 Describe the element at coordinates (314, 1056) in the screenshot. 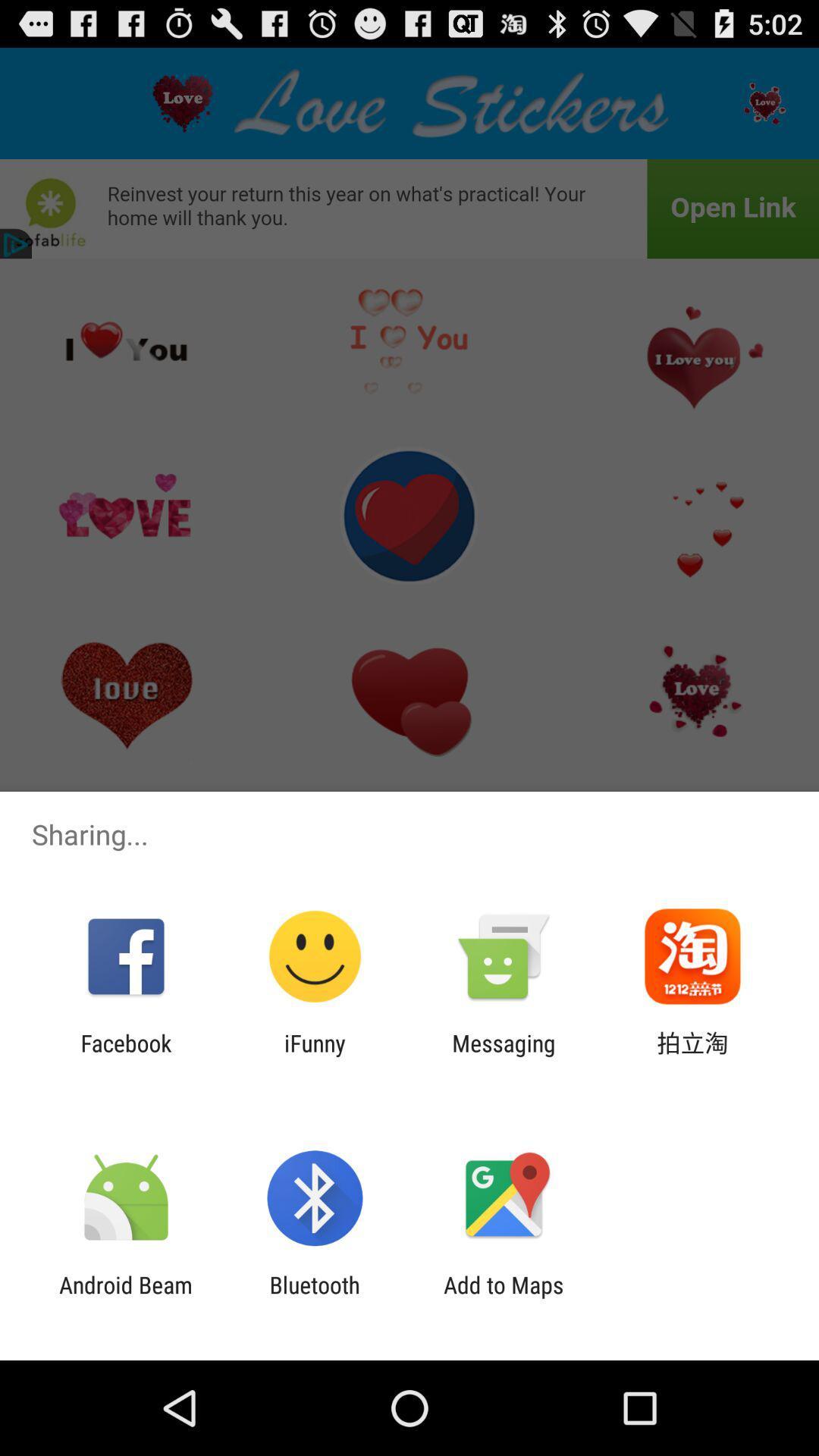

I see `item to the right of the facebook app` at that location.